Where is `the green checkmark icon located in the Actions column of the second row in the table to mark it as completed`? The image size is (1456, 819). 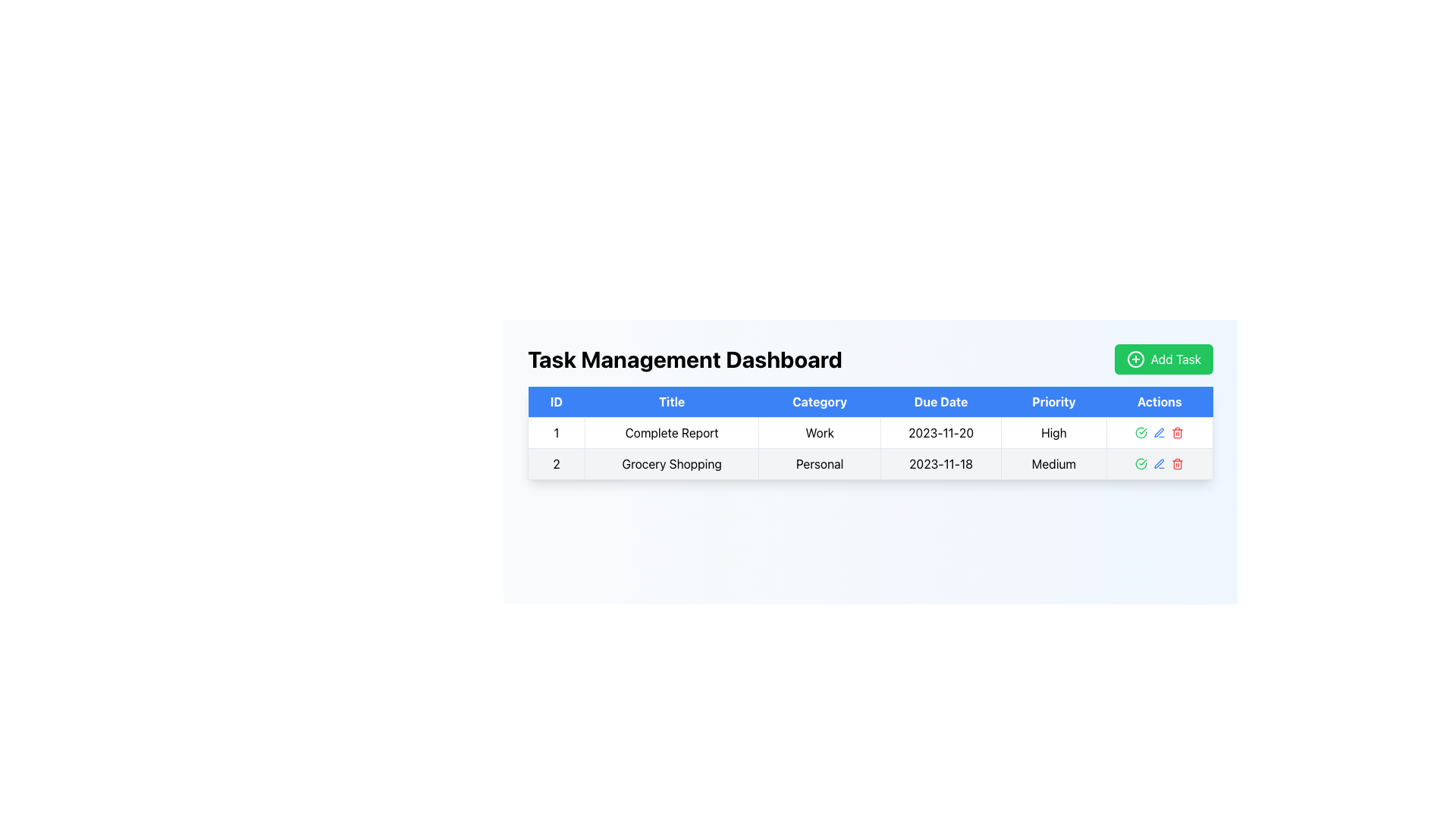
the green checkmark icon located in the Actions column of the second row in the table to mark it as completed is located at coordinates (1159, 463).